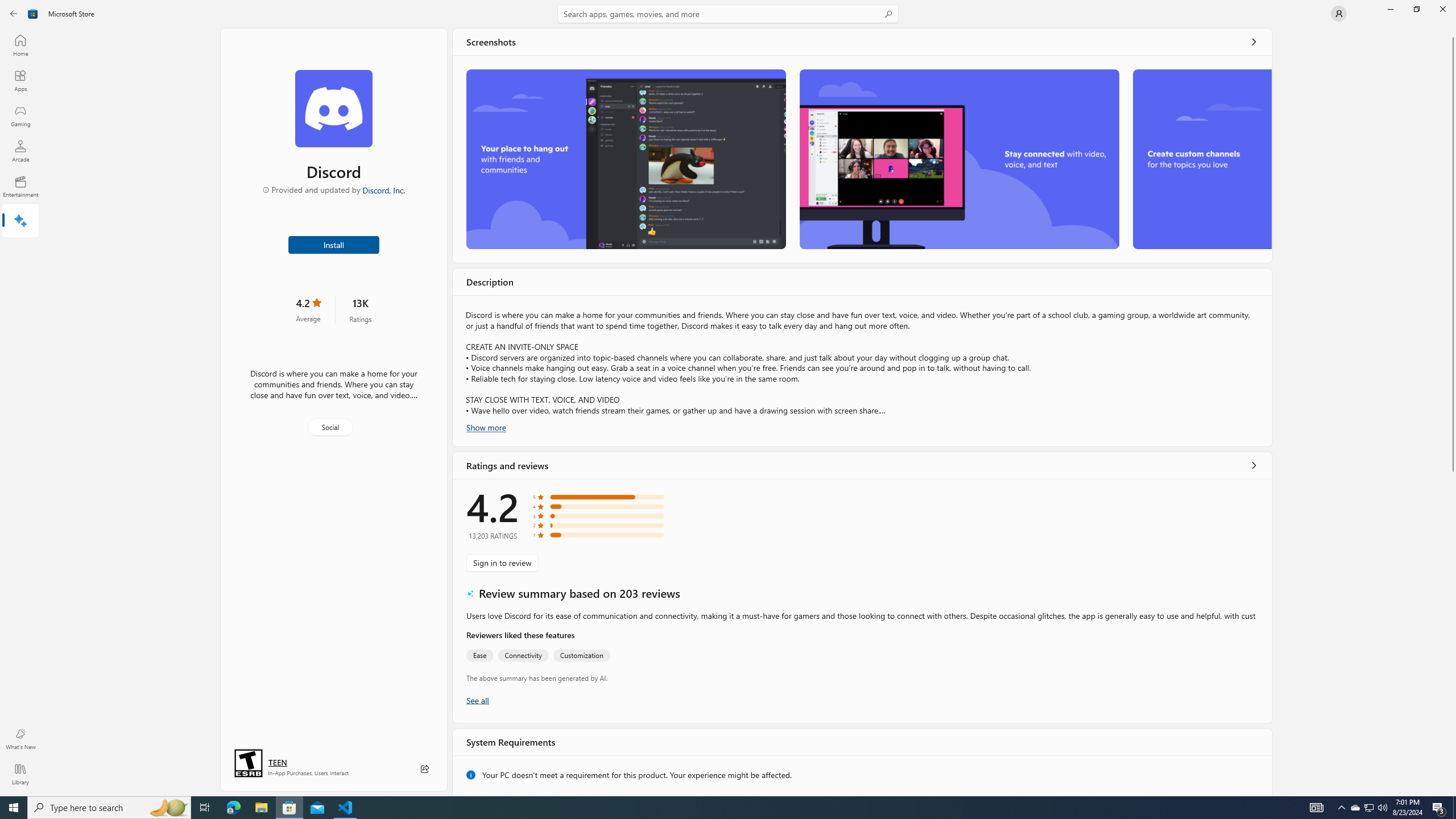 The image size is (1456, 819). Describe the element at coordinates (383, 189) in the screenshot. I see `'Discord, Inc.'` at that location.